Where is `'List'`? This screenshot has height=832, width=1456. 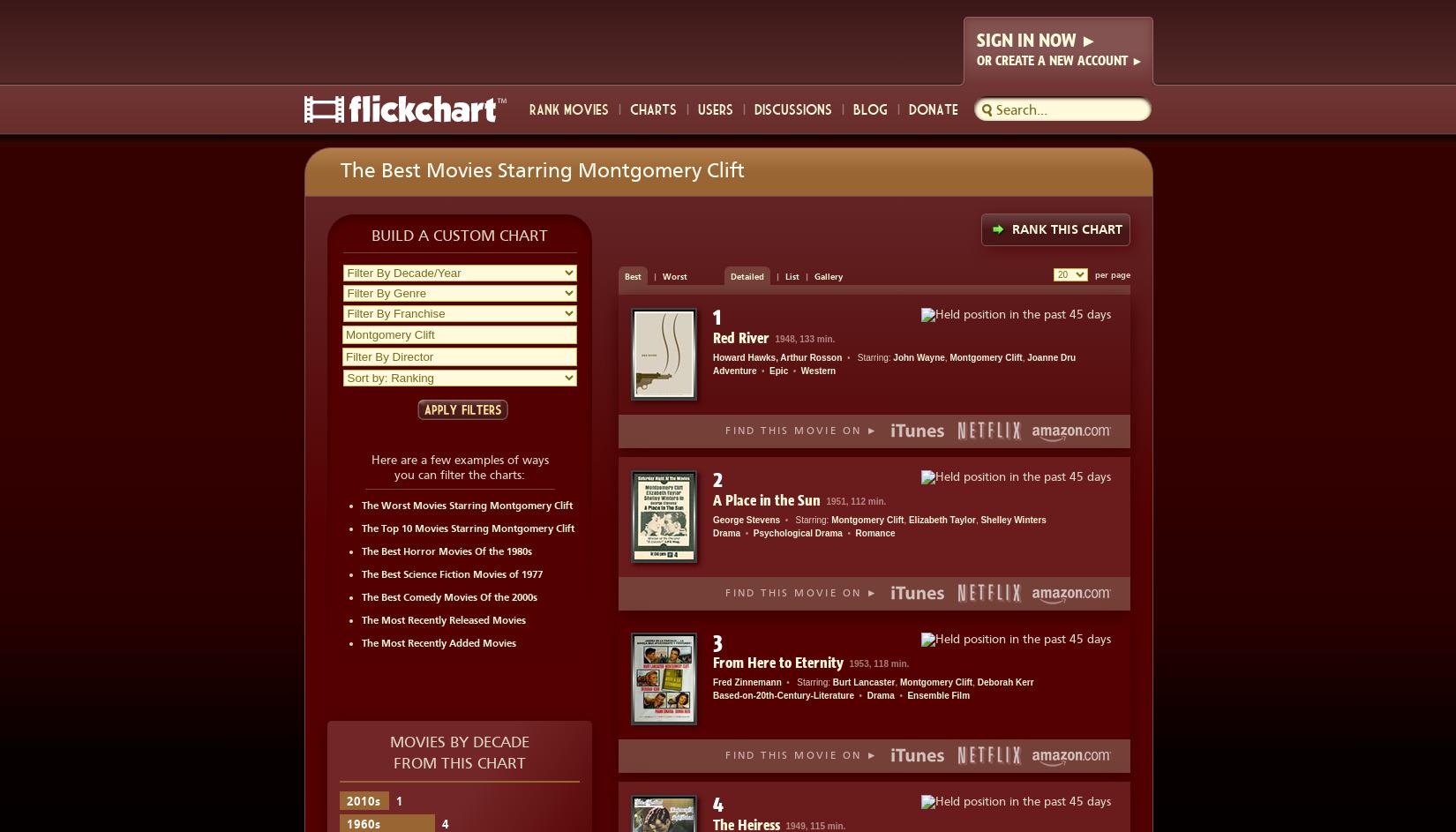
'List' is located at coordinates (792, 275).